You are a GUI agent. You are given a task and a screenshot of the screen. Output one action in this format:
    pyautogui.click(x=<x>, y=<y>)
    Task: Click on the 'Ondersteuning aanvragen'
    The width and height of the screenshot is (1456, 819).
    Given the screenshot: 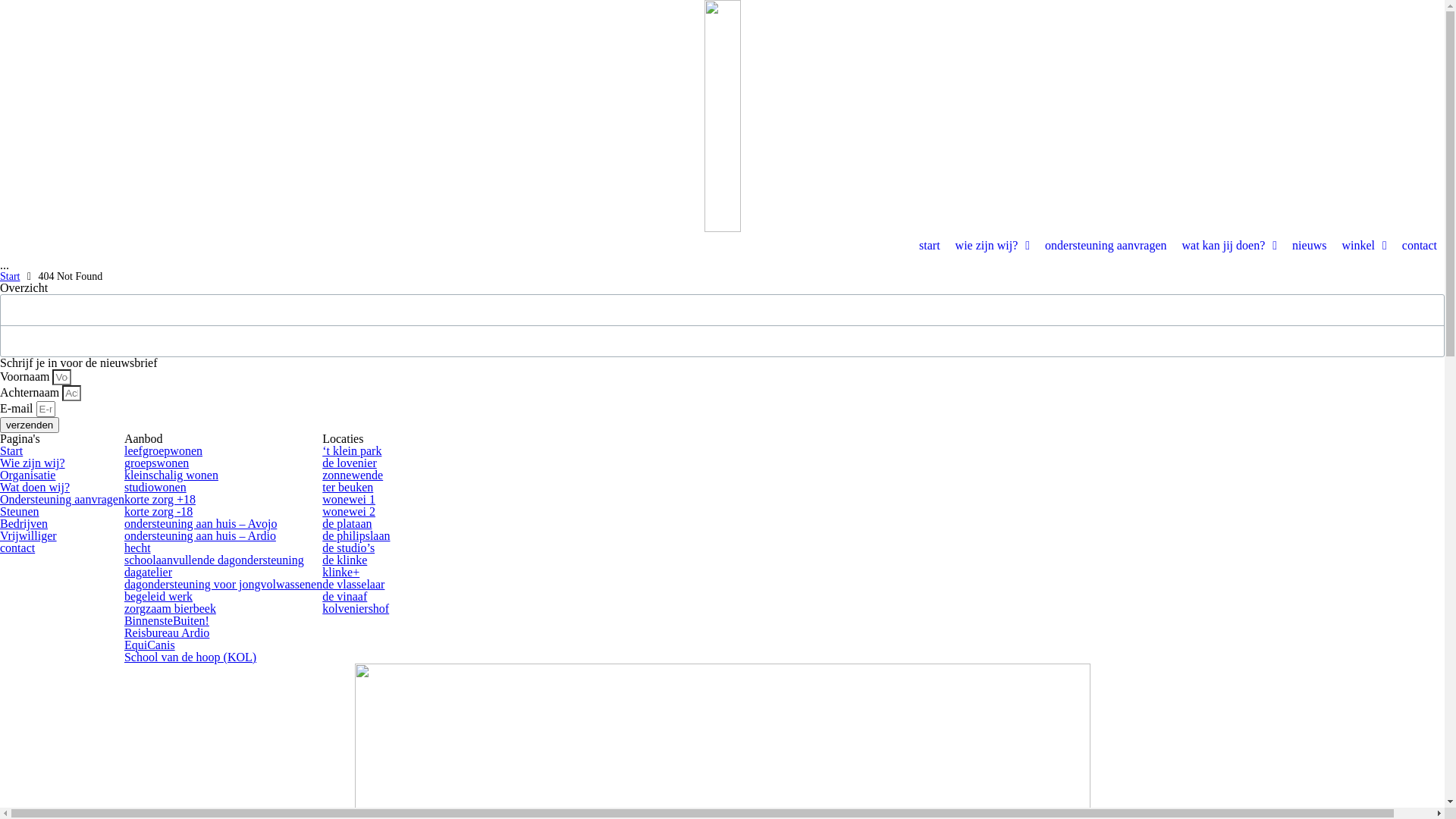 What is the action you would take?
    pyautogui.click(x=61, y=499)
    